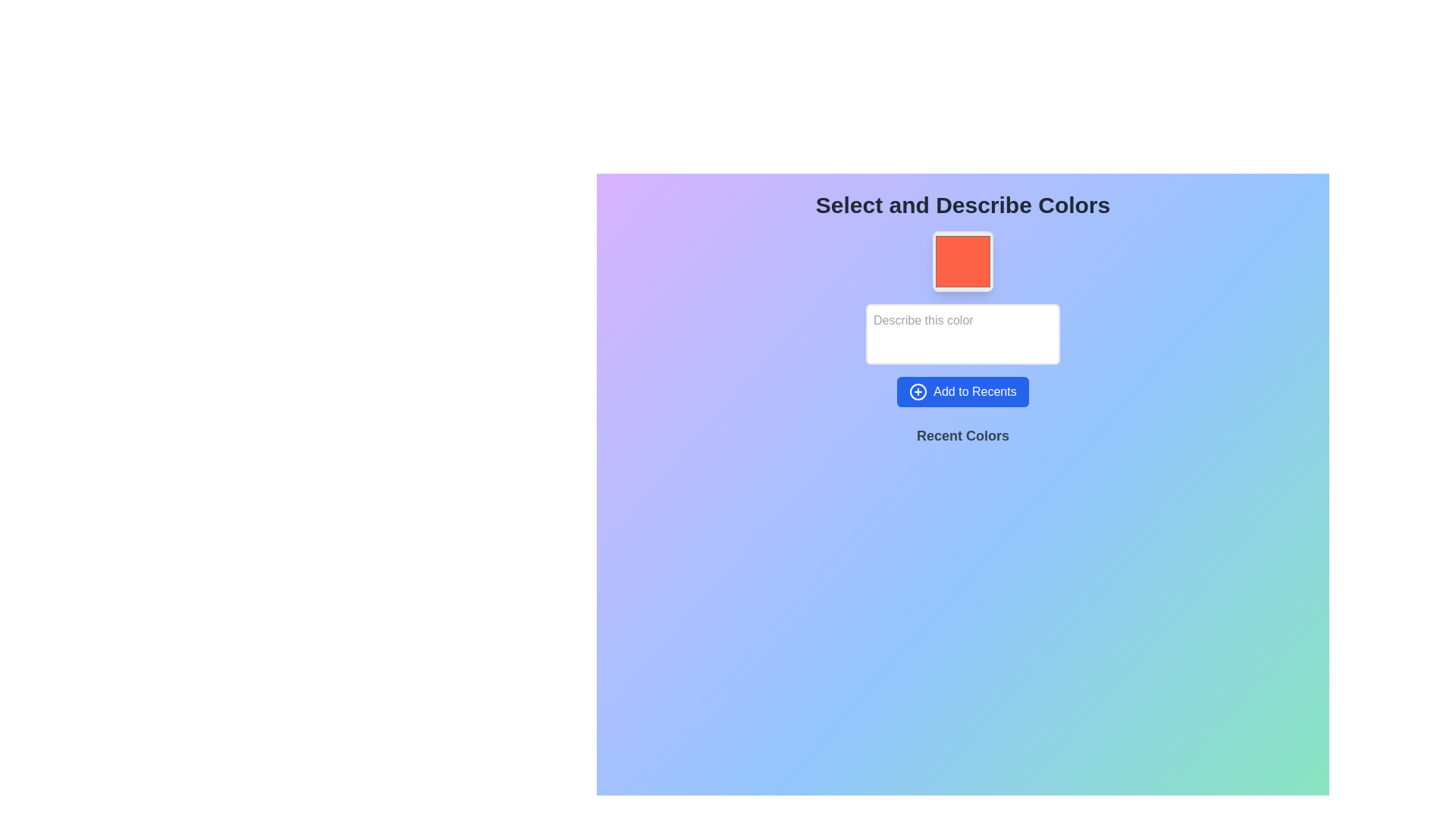 Image resolution: width=1456 pixels, height=819 pixels. Describe the element at coordinates (962, 260) in the screenshot. I see `the Color Display/Picker, which is a prominent red square located centrally under the heading 'Select and Describe Colors' and above the text input box labeled 'Describe this color.'` at that location.